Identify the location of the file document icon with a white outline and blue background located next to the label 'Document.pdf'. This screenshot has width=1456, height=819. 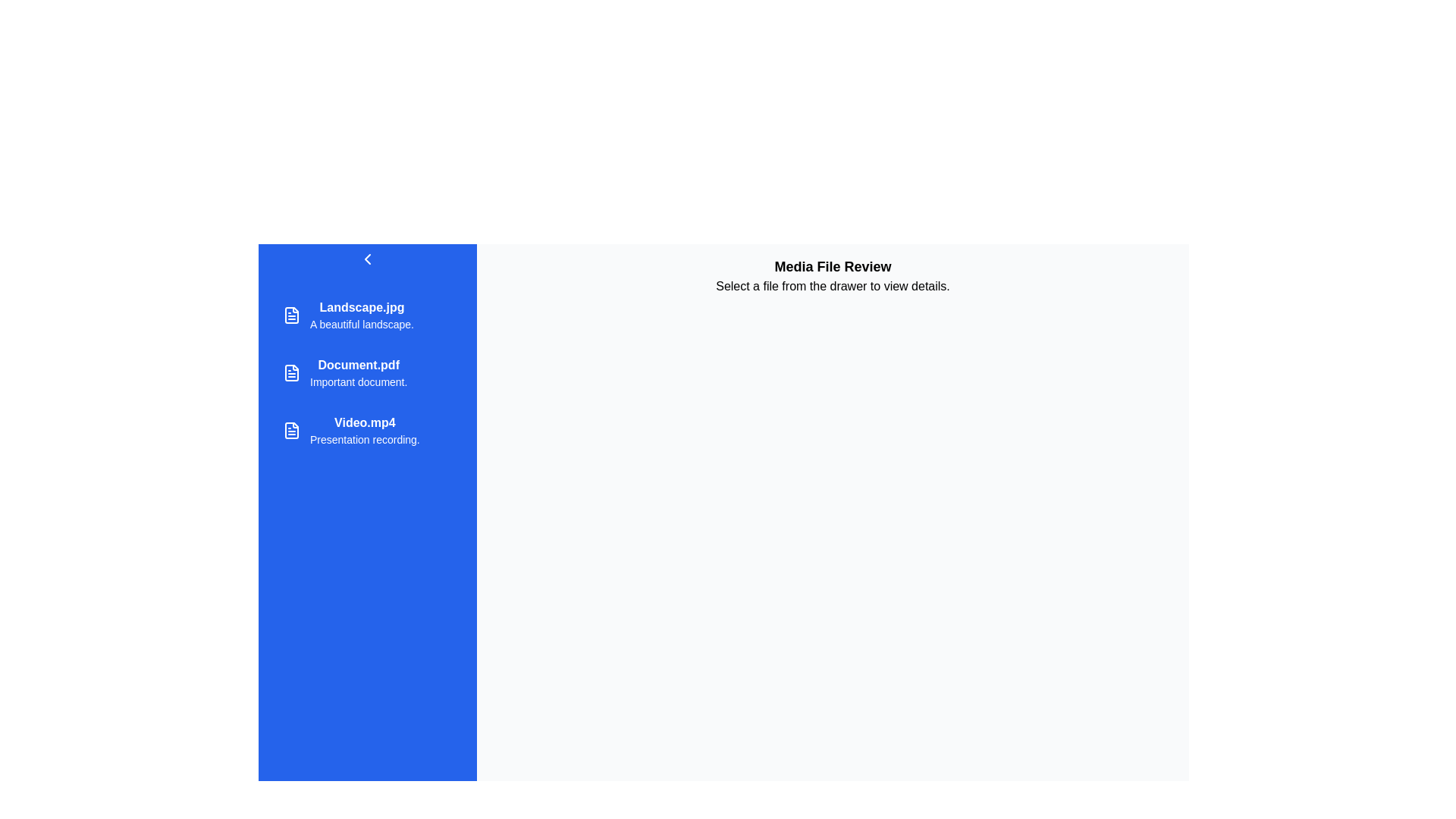
(291, 373).